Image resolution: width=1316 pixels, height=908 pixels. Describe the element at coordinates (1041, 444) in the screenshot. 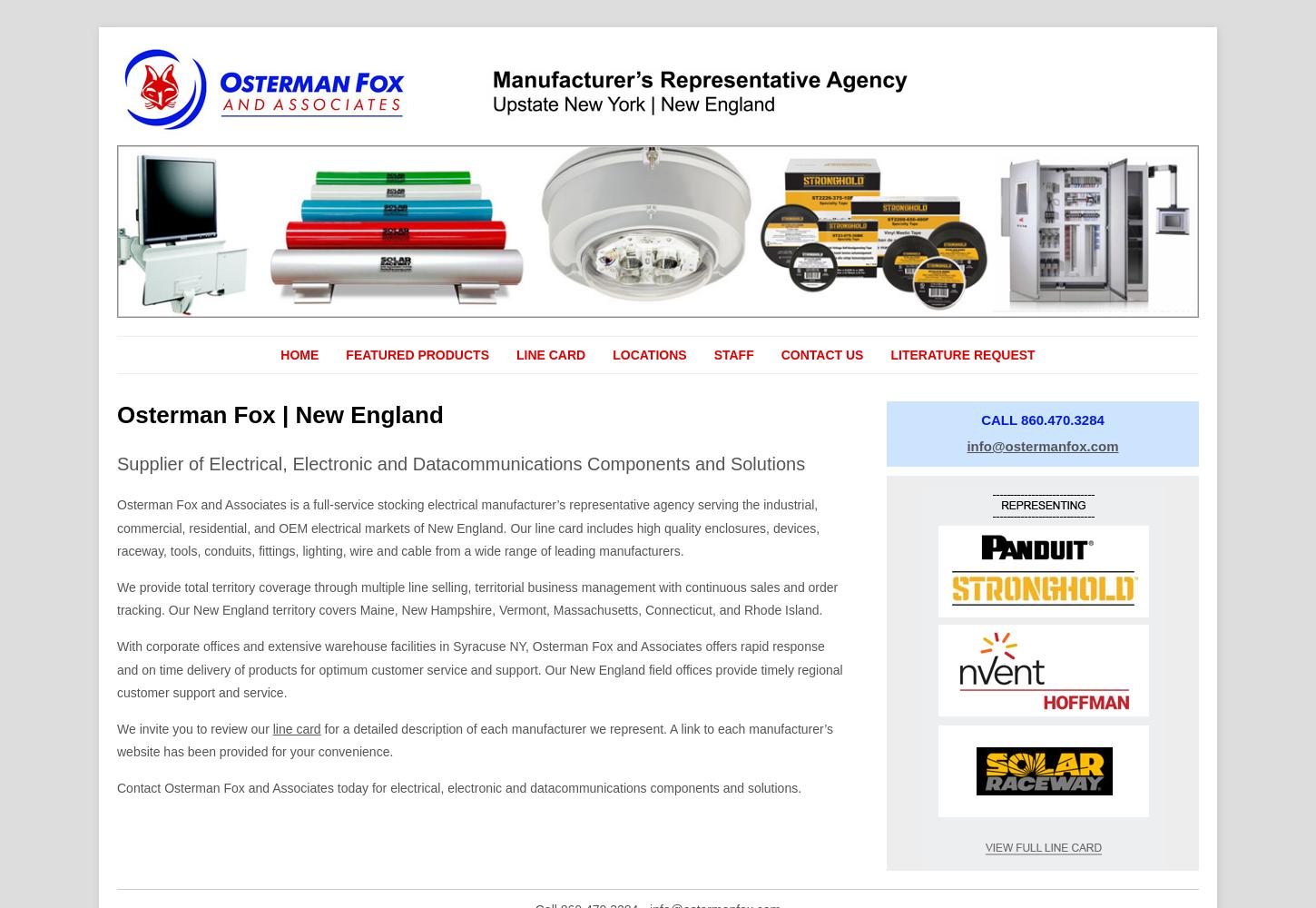

I see `'info@ostermanfox.com'` at that location.